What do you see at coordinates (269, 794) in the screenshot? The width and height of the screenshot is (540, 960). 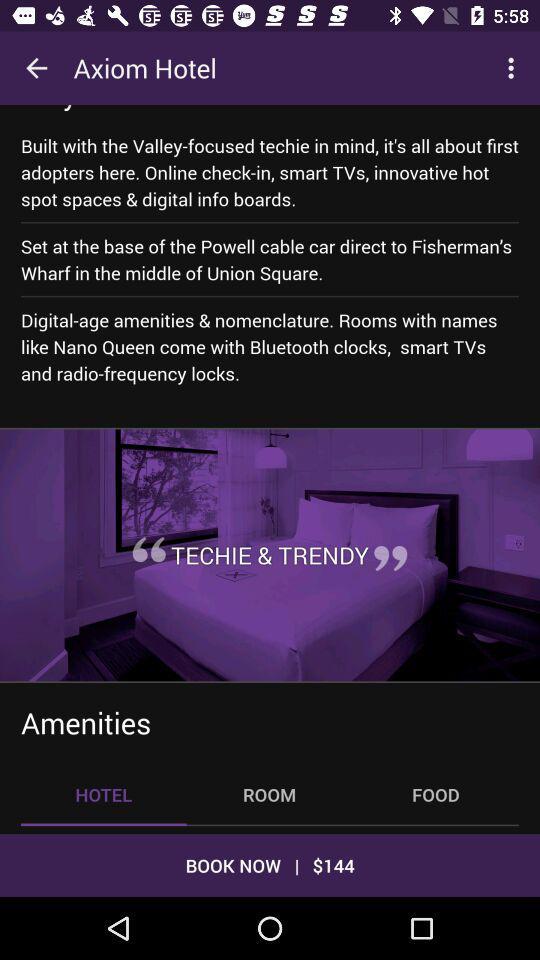 I see `icon to the right of the hotel` at bounding box center [269, 794].